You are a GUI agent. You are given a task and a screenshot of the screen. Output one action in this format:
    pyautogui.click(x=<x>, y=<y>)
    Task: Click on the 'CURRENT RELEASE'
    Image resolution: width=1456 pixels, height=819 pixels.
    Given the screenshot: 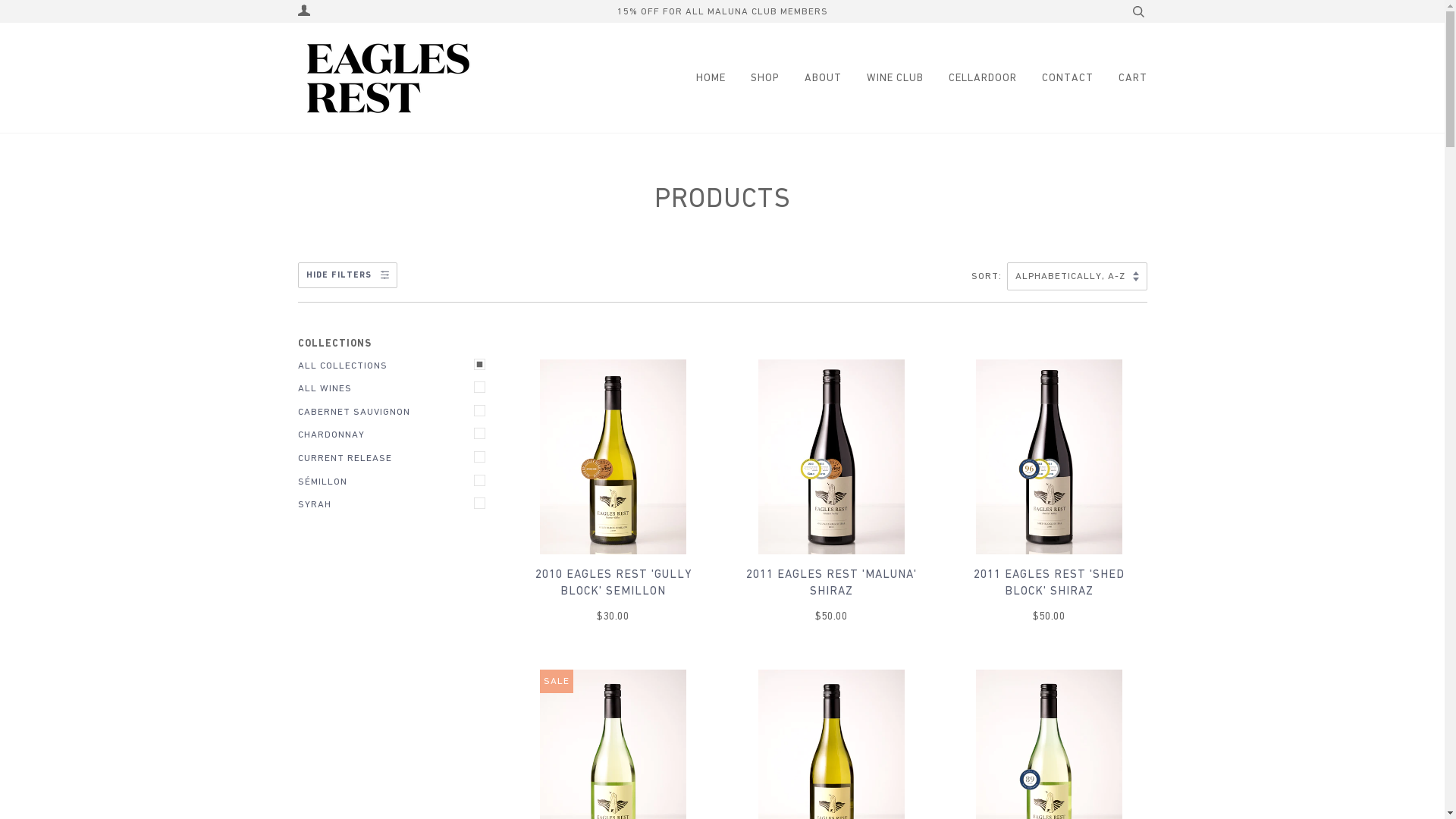 What is the action you would take?
    pyautogui.click(x=395, y=457)
    